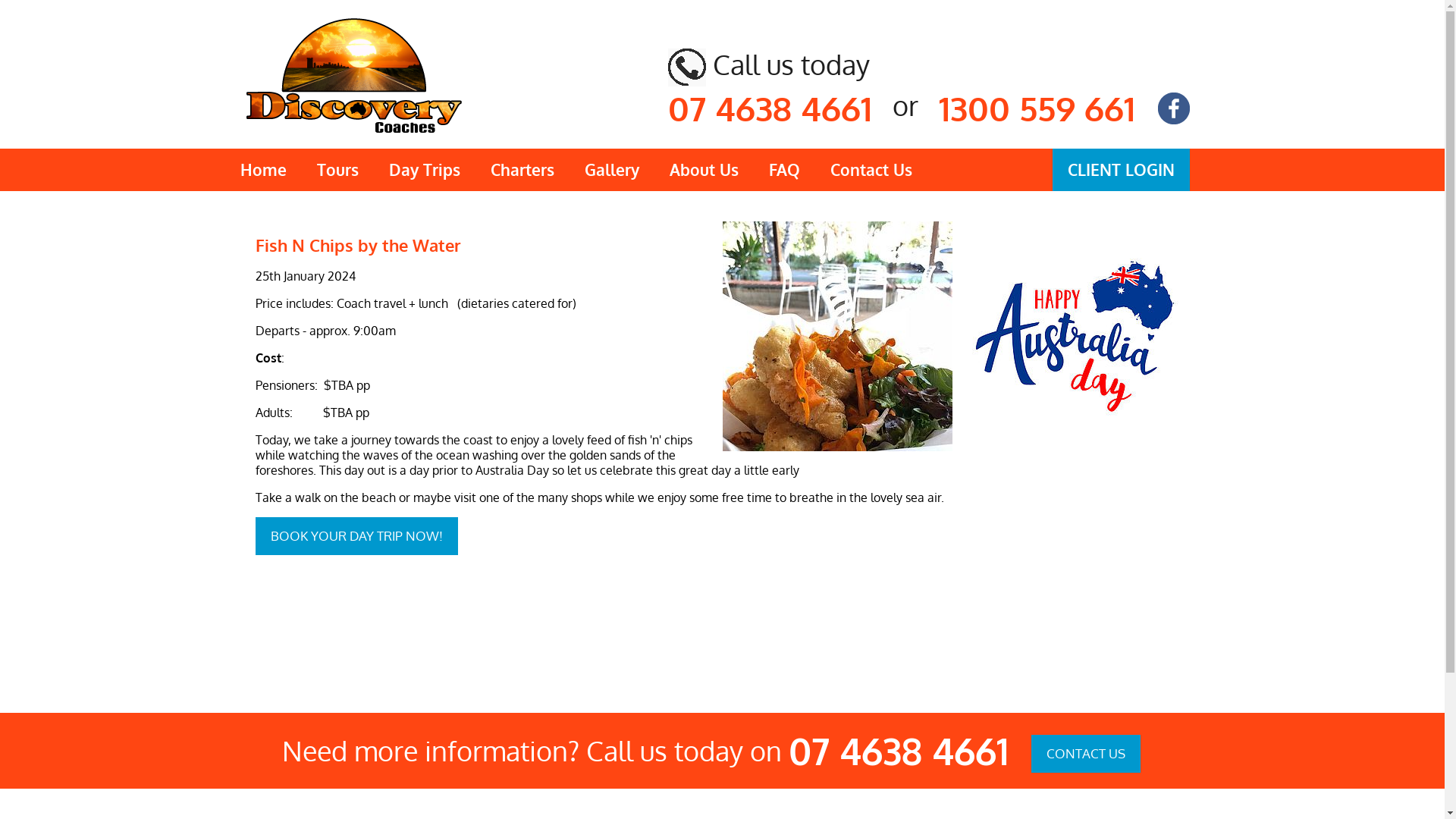 This screenshot has width=1456, height=819. Describe the element at coordinates (814, 169) in the screenshot. I see `'Contact Us'` at that location.